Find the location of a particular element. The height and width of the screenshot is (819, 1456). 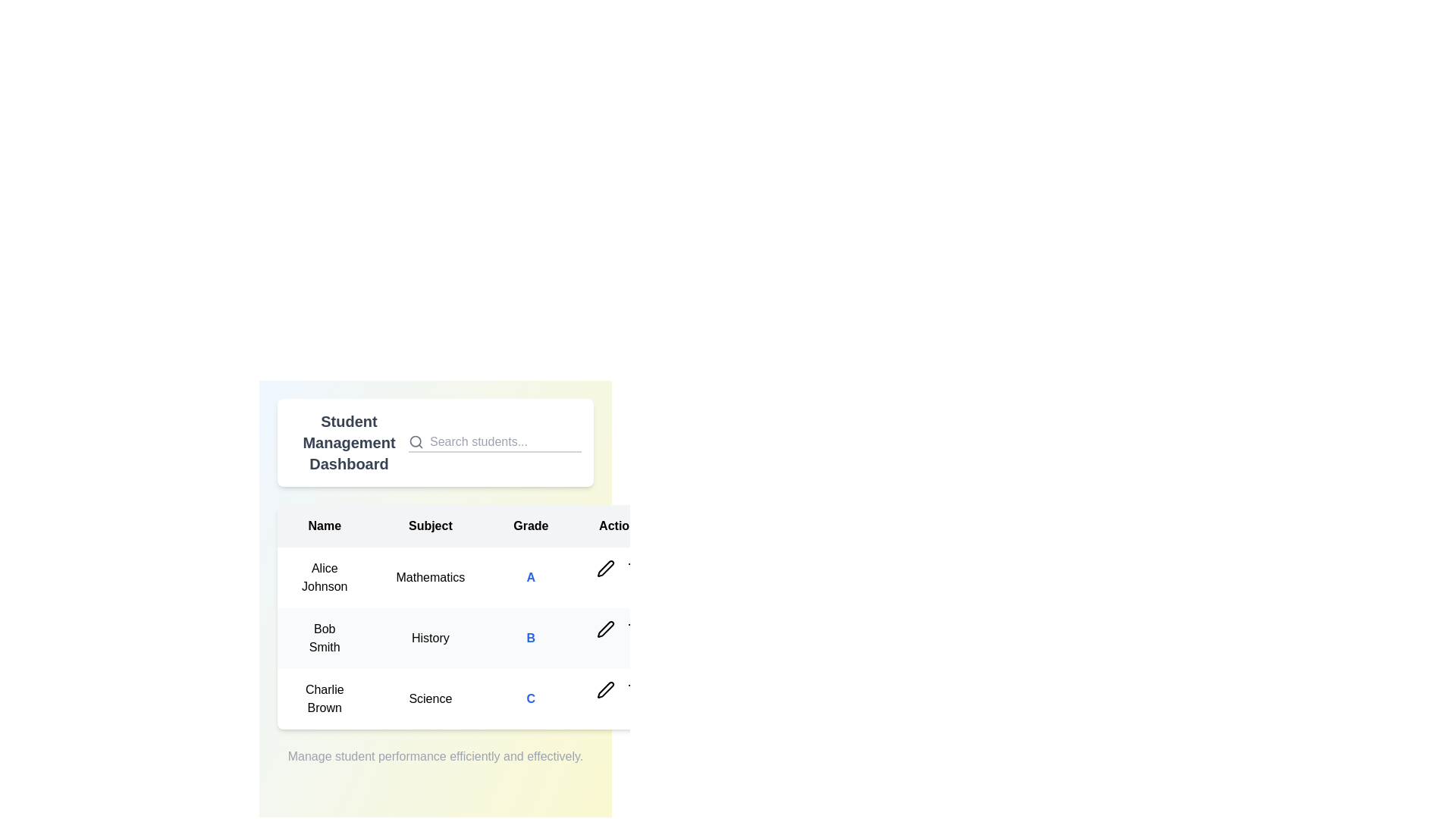

the second column header text label in the table that indicates the subject data for the entries below it is located at coordinates (429, 526).